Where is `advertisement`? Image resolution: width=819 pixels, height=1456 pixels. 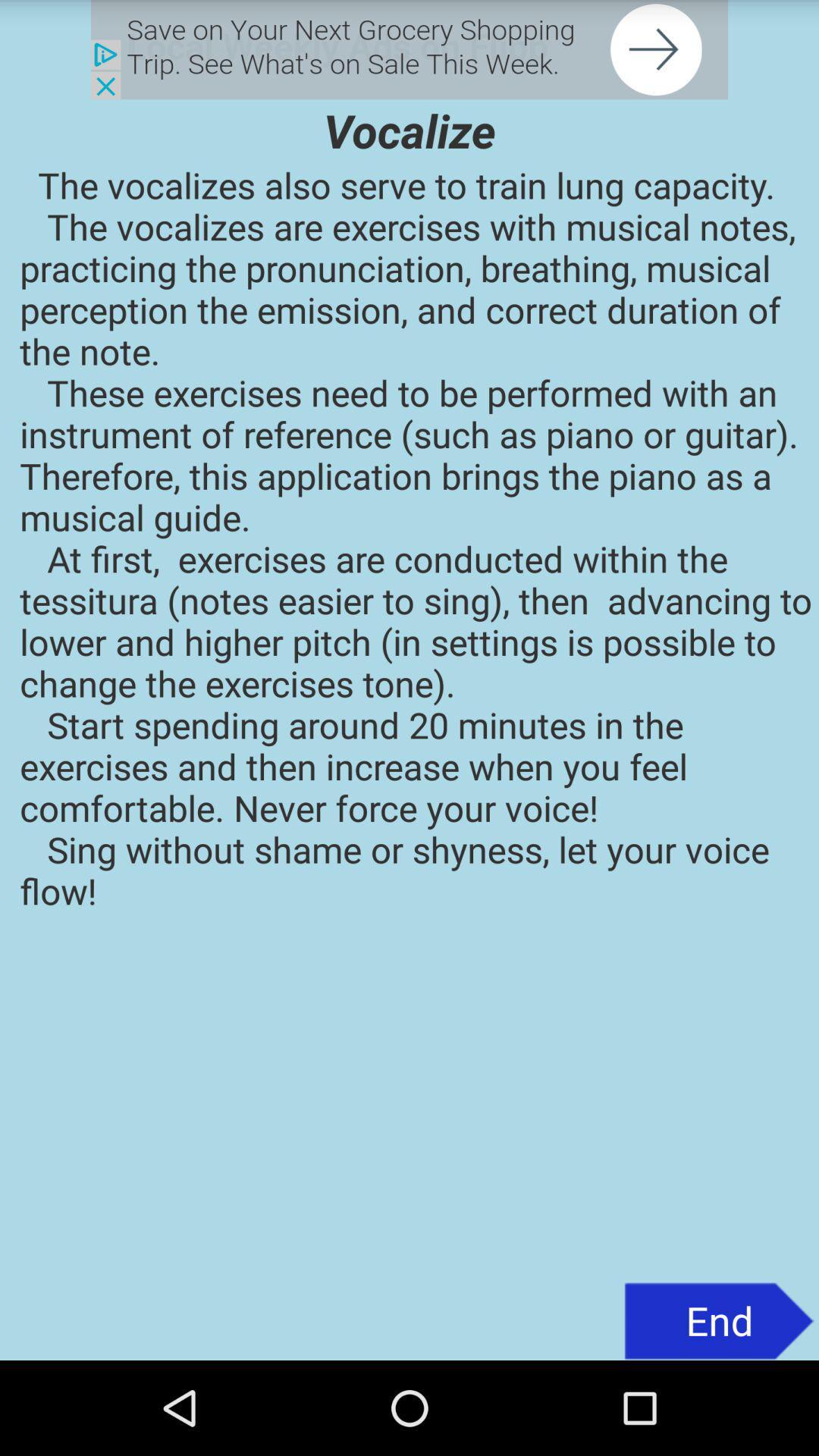 advertisement is located at coordinates (409, 49).